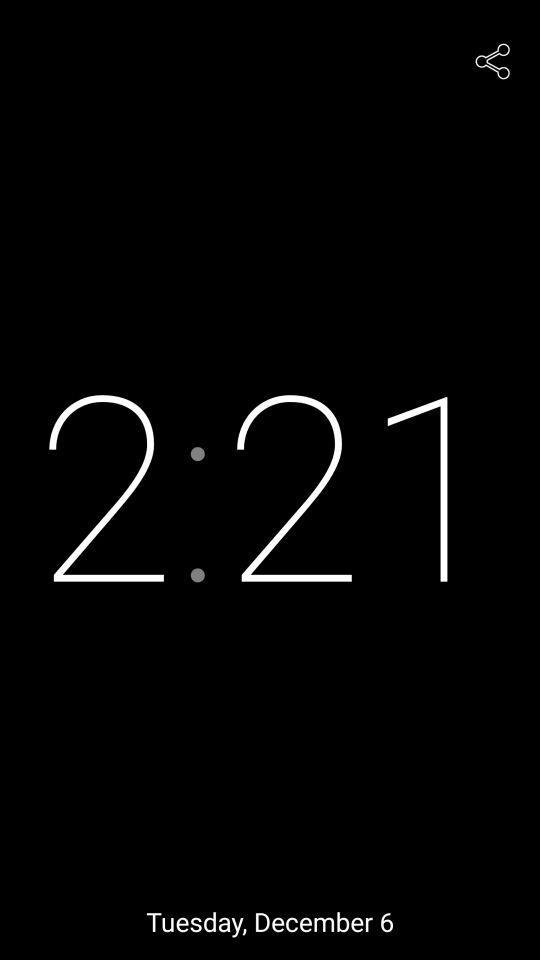 This screenshot has width=540, height=960. What do you see at coordinates (491, 59) in the screenshot?
I see `the share icon` at bounding box center [491, 59].